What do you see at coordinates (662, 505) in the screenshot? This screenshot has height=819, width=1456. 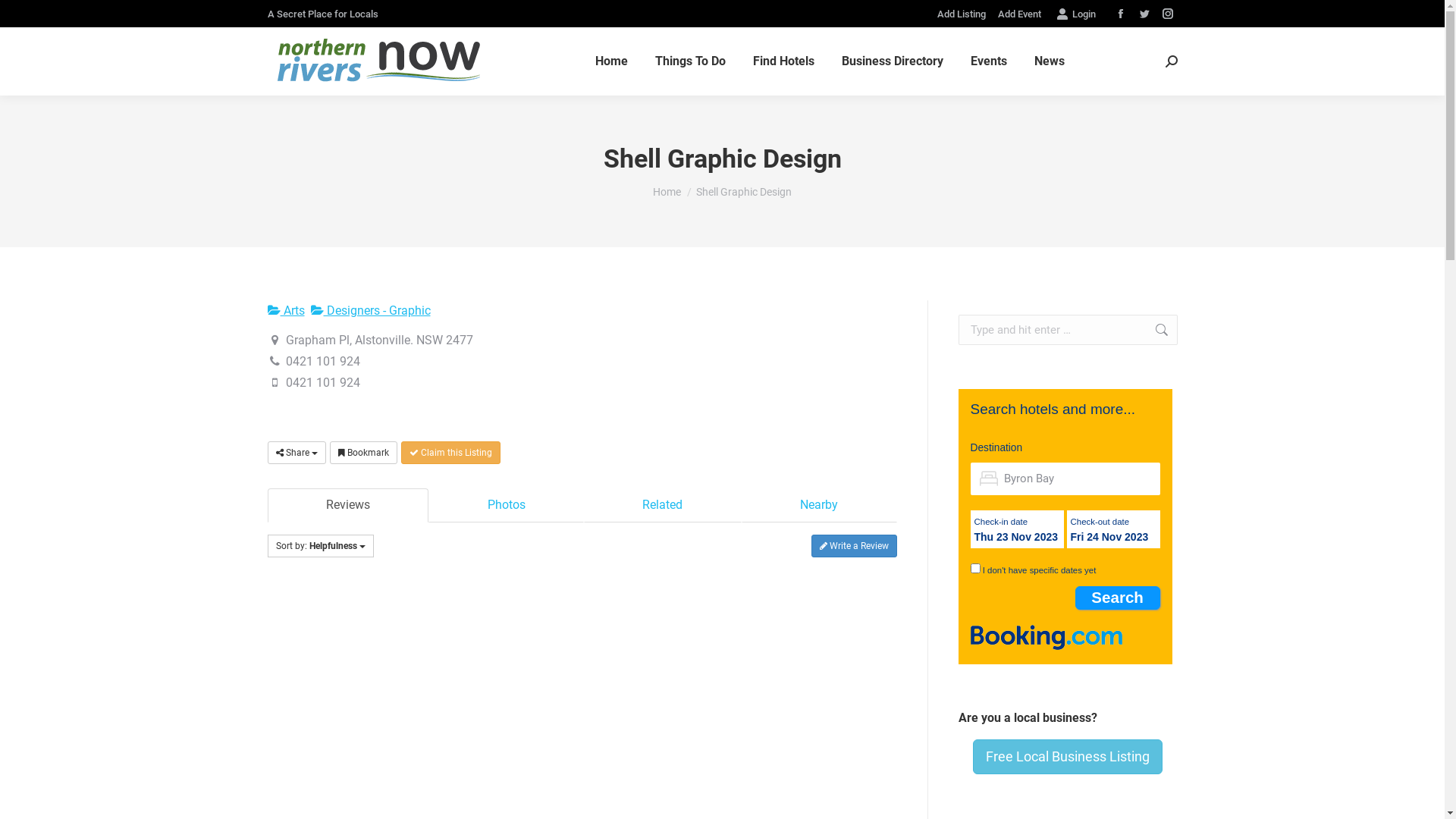 I see `'Related'` at bounding box center [662, 505].